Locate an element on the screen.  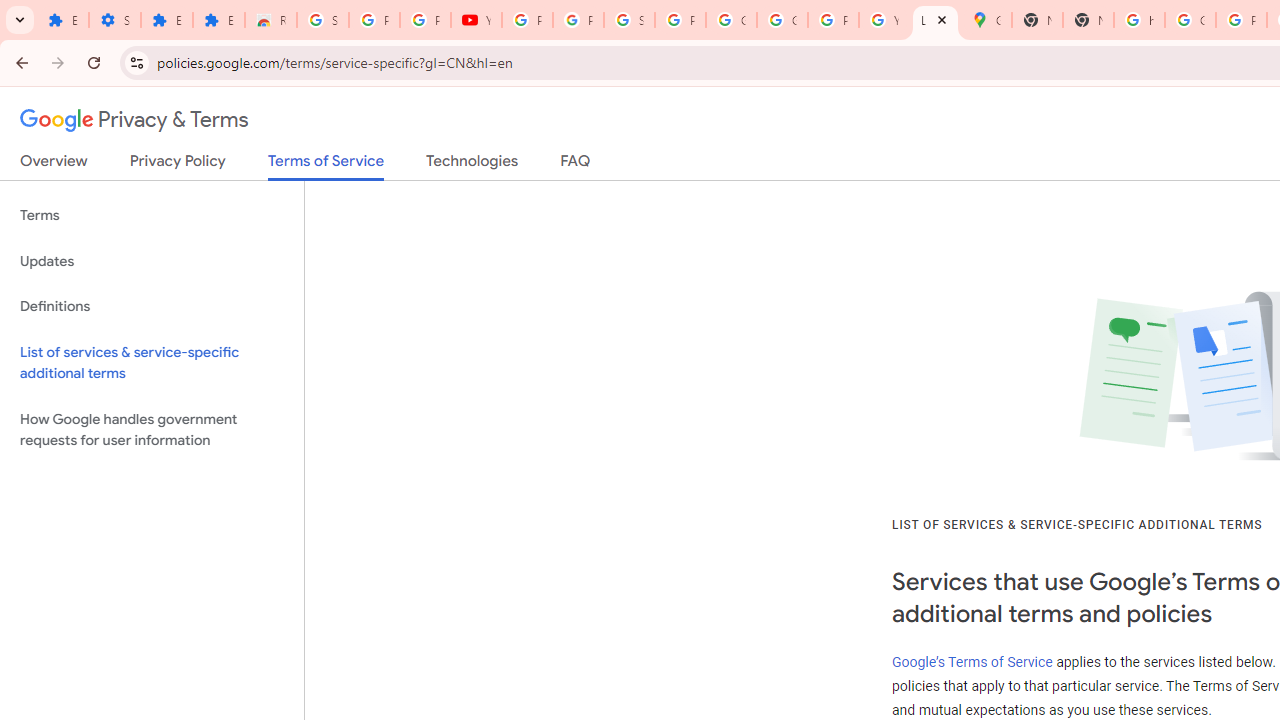
'Definitions' is located at coordinates (151, 306).